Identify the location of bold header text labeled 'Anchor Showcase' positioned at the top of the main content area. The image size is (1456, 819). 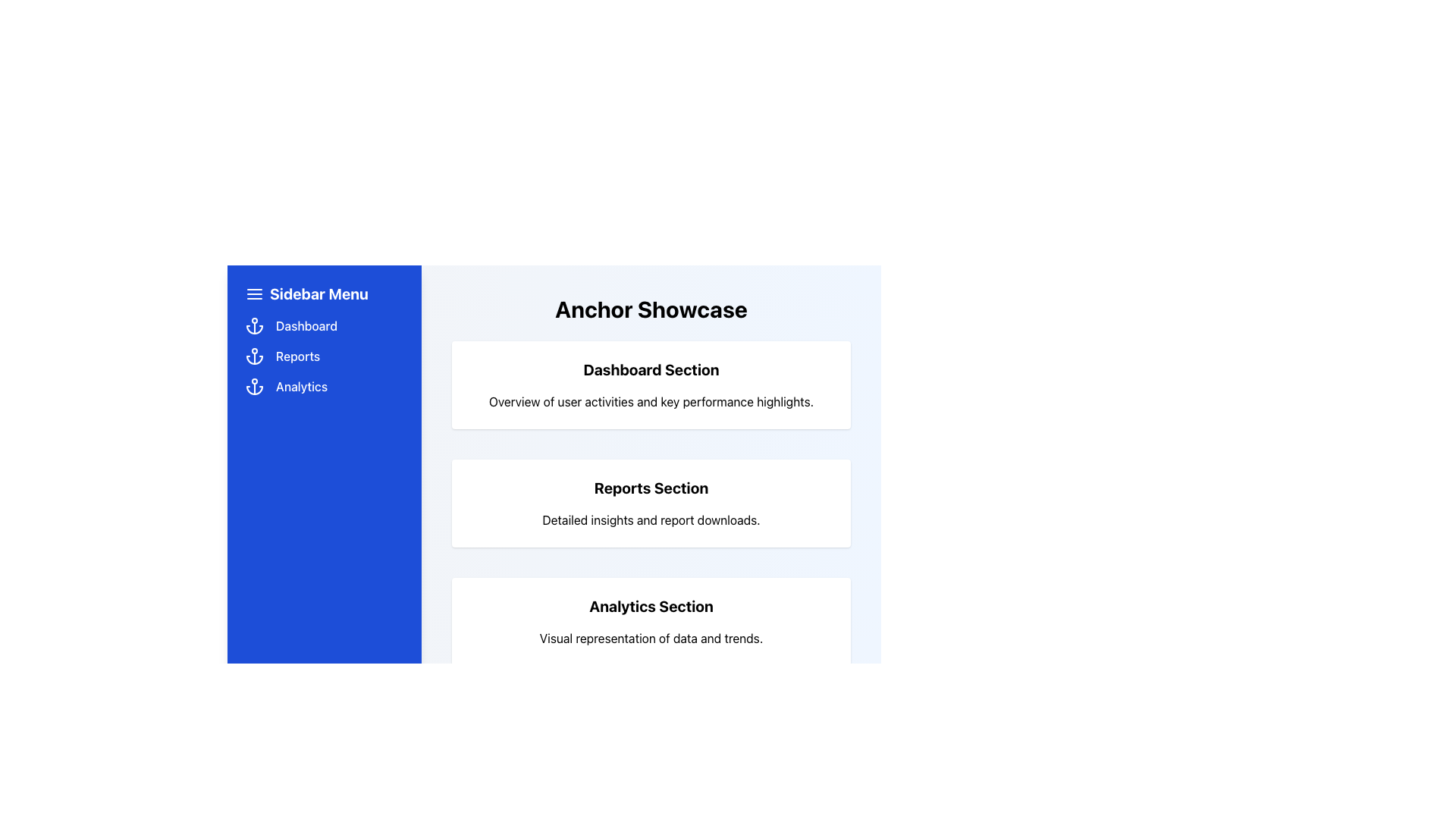
(651, 309).